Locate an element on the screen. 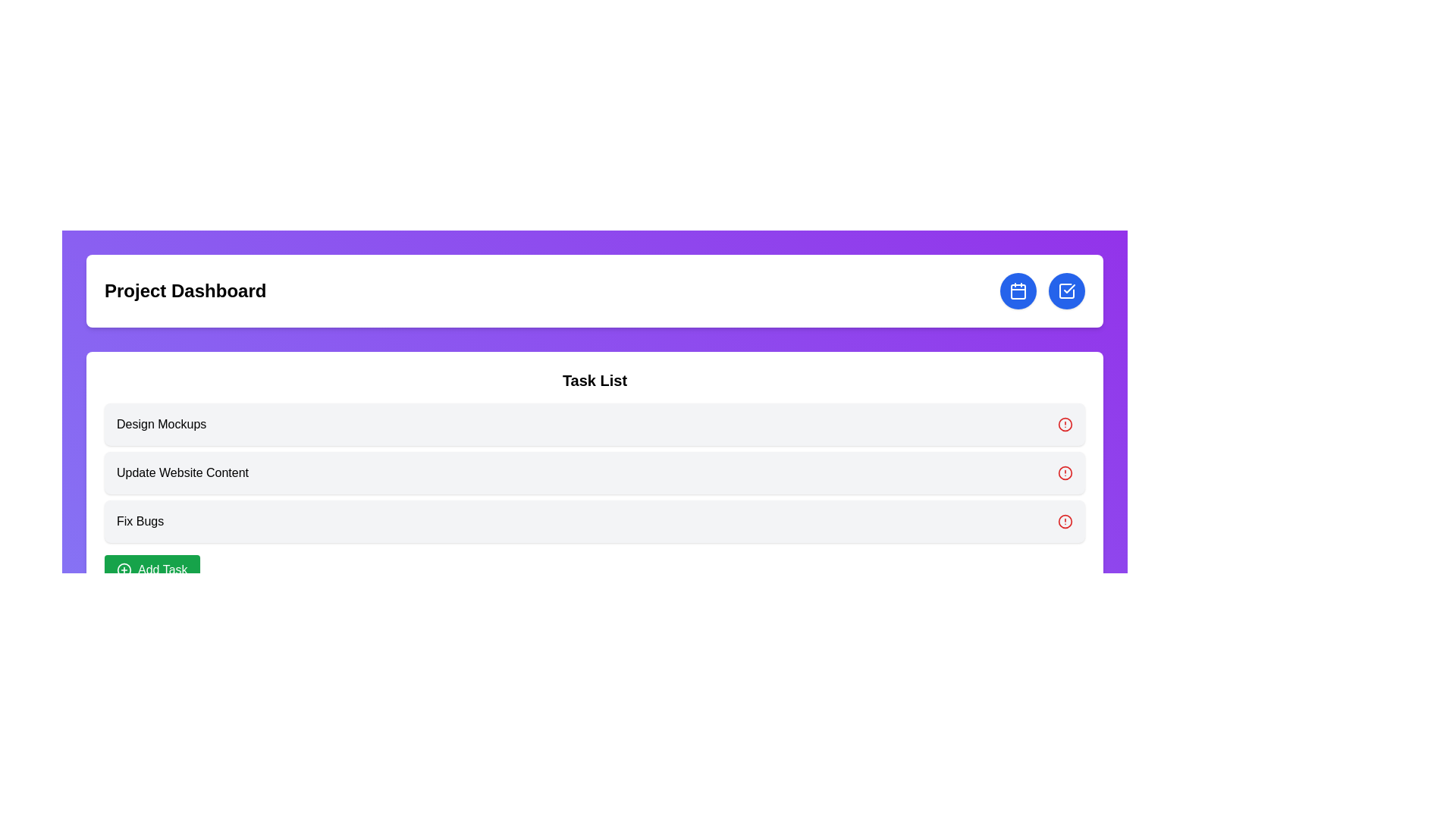 The height and width of the screenshot is (819, 1456). the blue circular icon with a check mark inside it, located on the right side of the top bar is located at coordinates (1065, 291).